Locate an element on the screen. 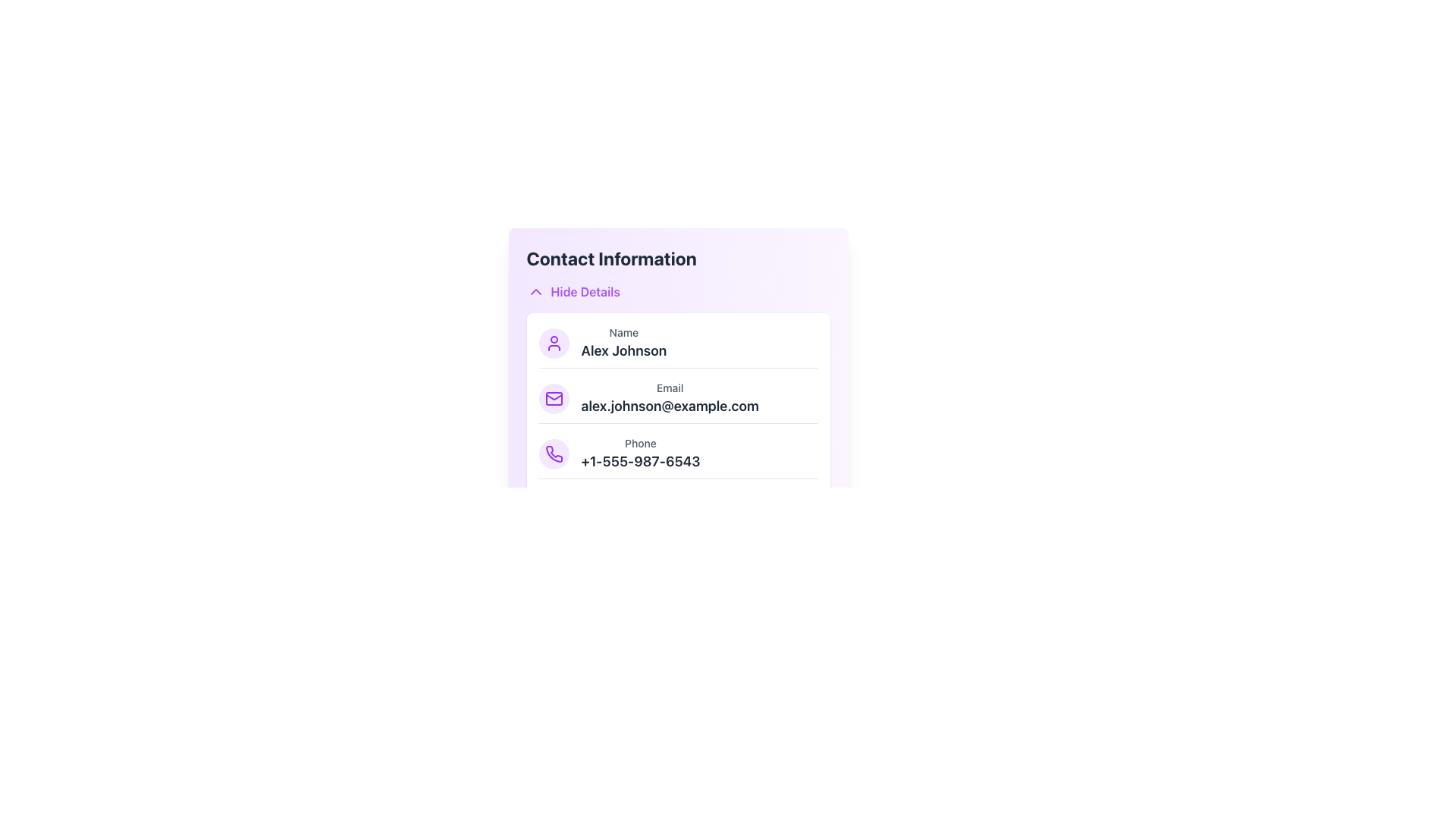  the 'Email' label element, which is styled in a small-sized medium-weight gray font and positioned above the email address 'alex.johnson@example.com' in the 'Contact Information' section is located at coordinates (669, 388).